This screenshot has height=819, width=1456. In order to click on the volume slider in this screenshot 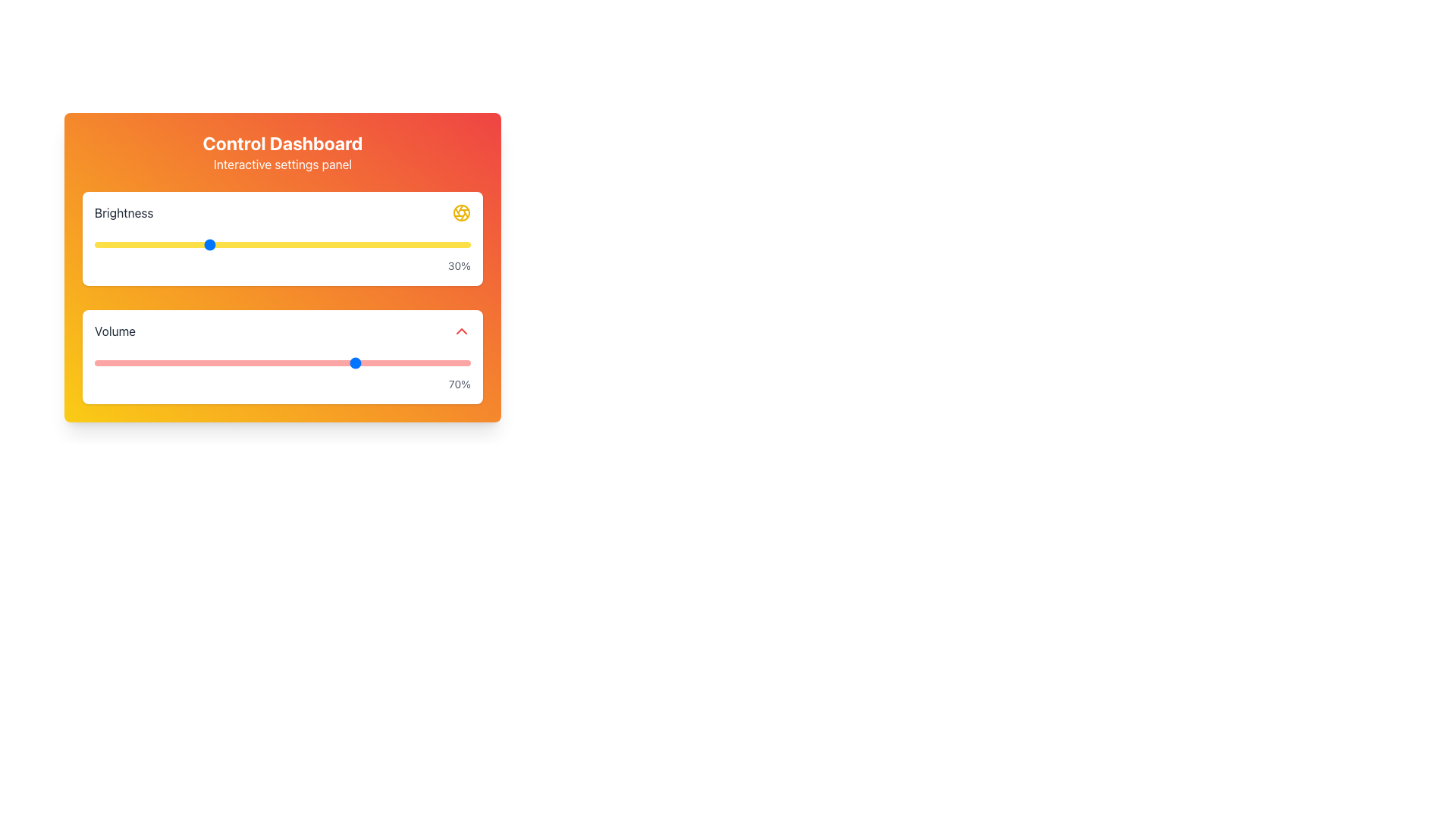, I will do `click(275, 362)`.